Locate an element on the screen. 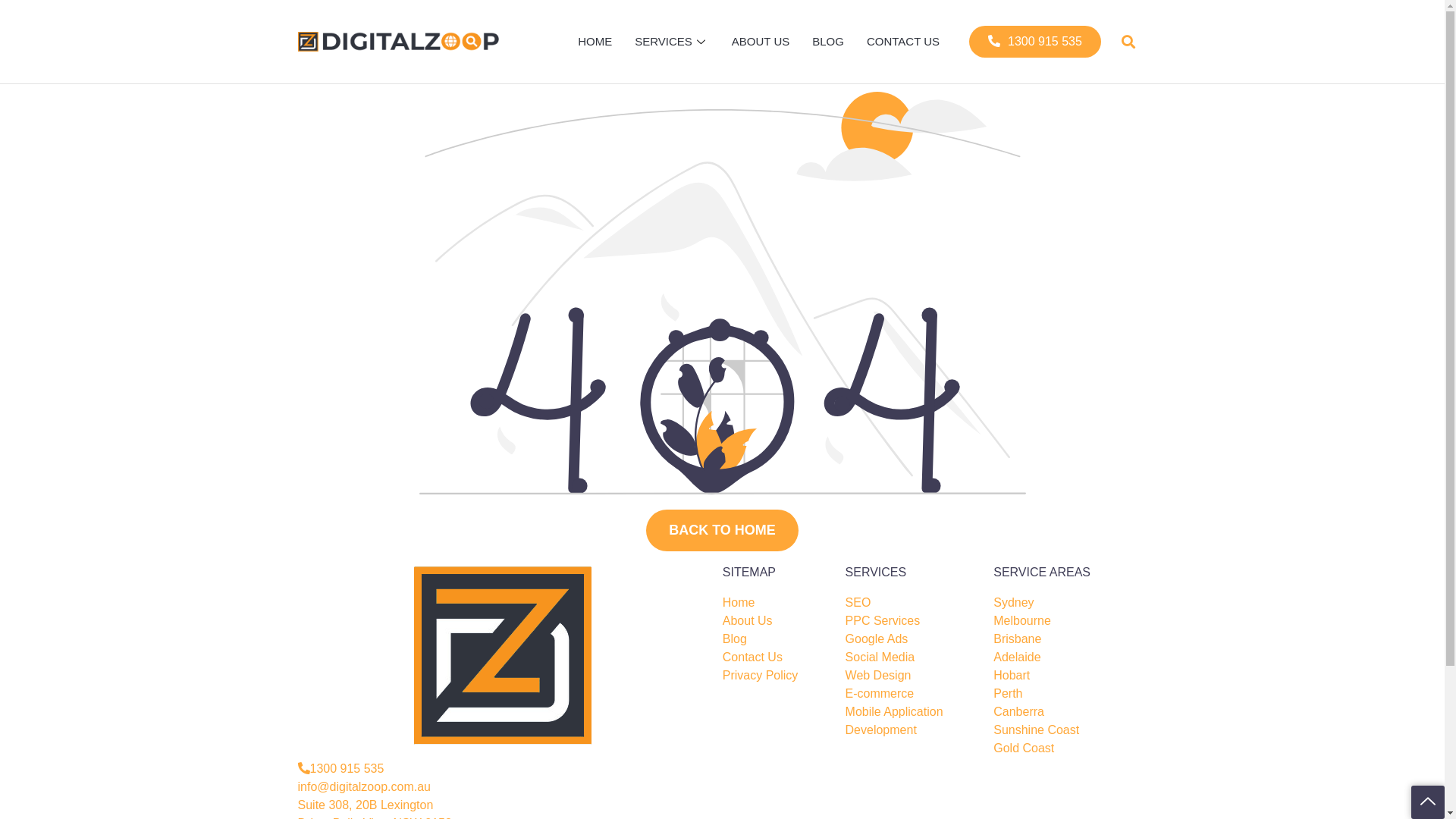 The height and width of the screenshot is (819, 1456). 'Melbourne' is located at coordinates (1022, 620).